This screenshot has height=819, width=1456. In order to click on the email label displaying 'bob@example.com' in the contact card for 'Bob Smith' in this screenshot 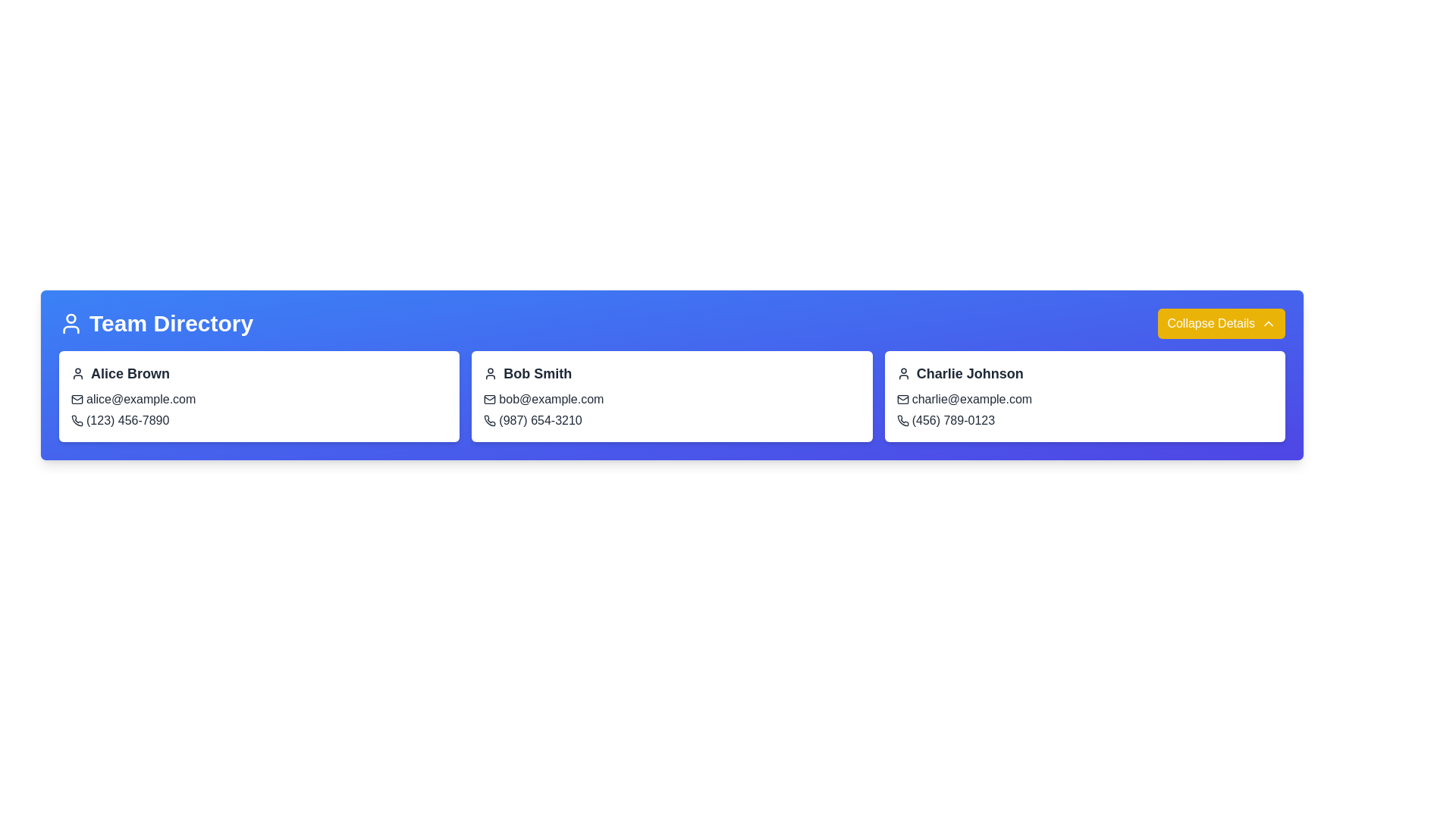, I will do `click(544, 399)`.